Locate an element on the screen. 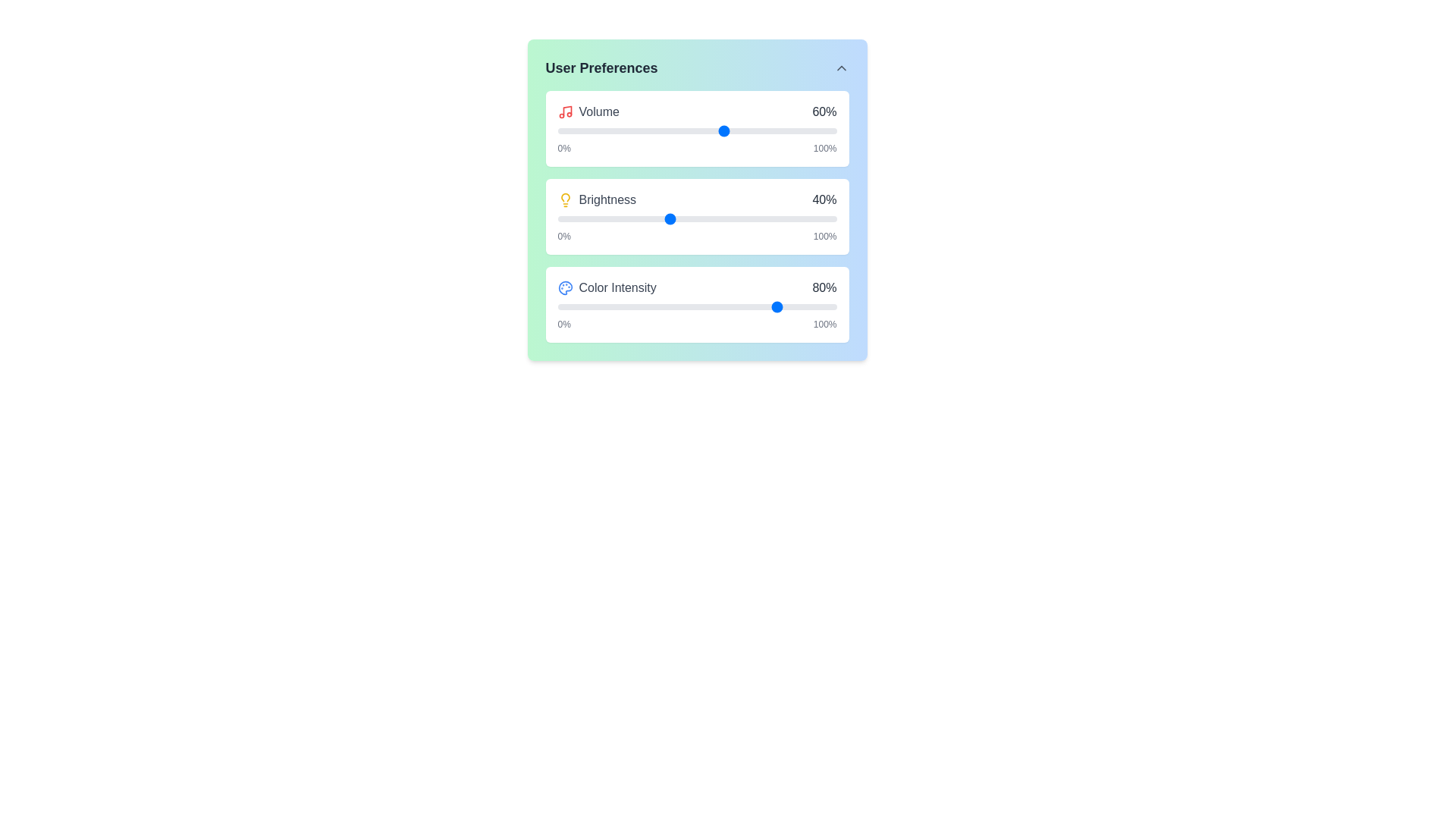  the text label indicating the minimum (0%) and maximum (100%) values for the brightness slider, located in the 'Brightness' section of the interface is located at coordinates (696, 237).